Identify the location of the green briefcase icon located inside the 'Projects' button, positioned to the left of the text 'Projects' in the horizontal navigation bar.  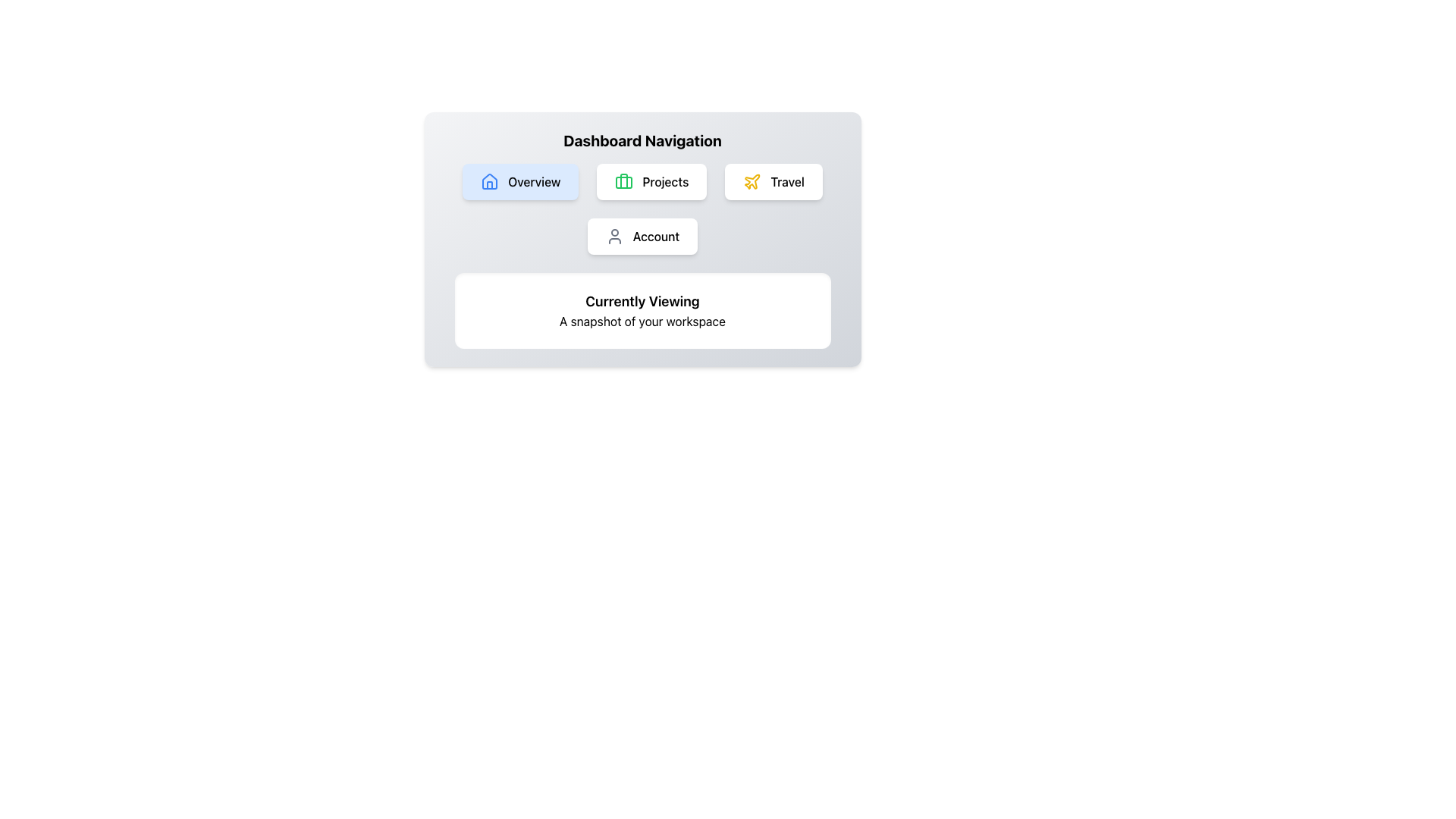
(624, 180).